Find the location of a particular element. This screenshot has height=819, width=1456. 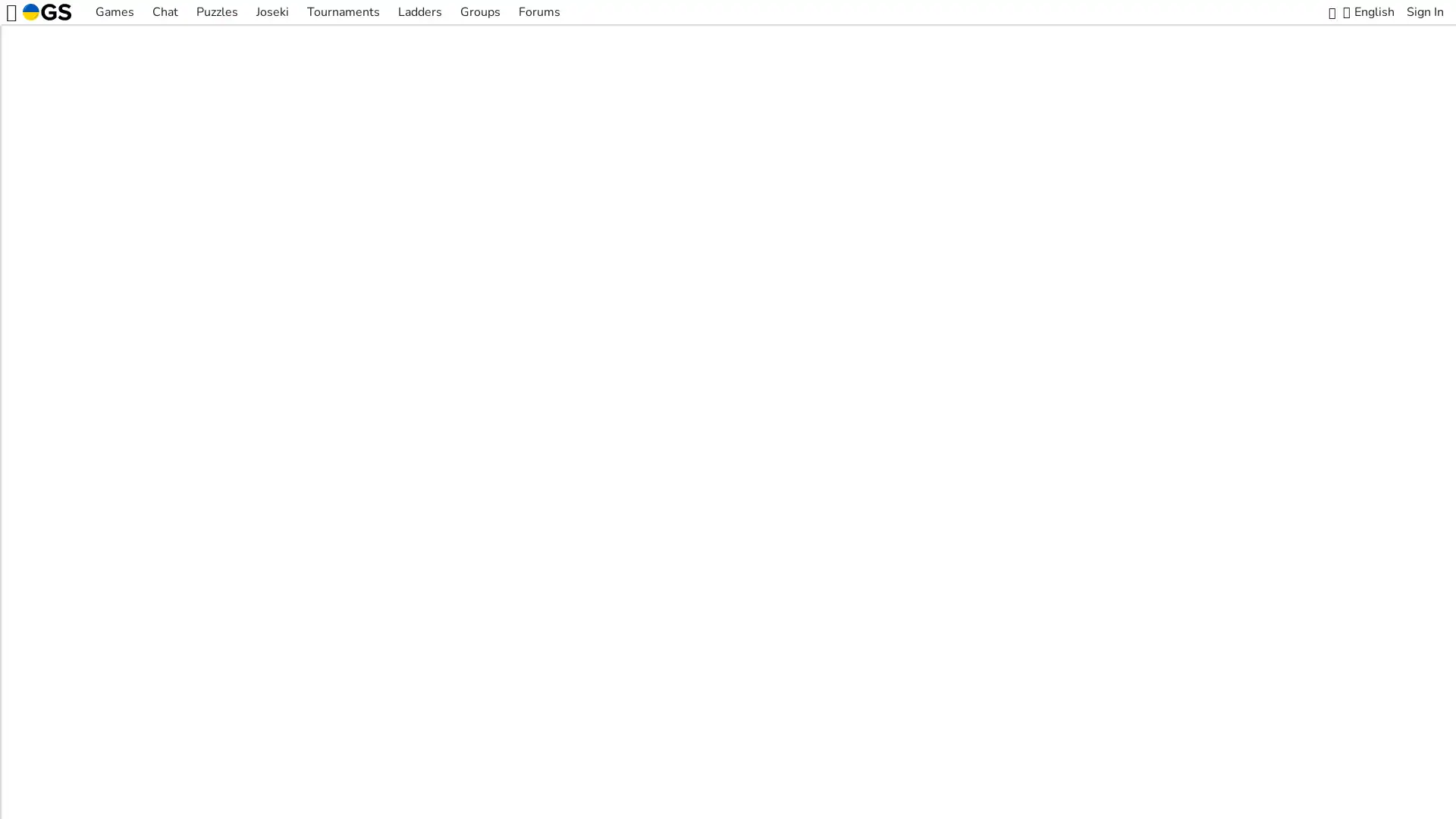

13x13 is located at coordinates (679, 598).